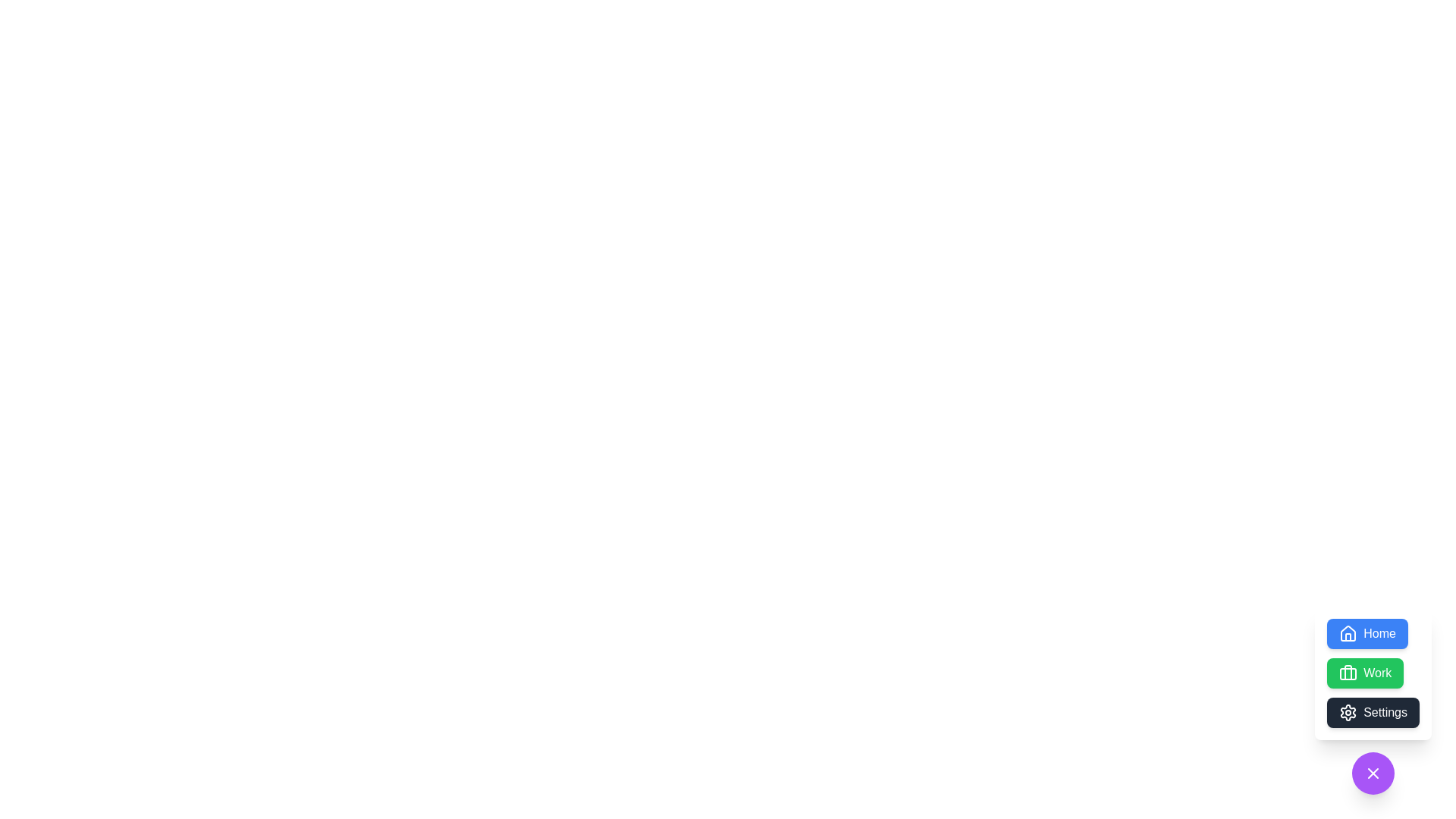 This screenshot has height=819, width=1456. Describe the element at coordinates (1348, 672) in the screenshot. I see `the left vertical line part of the briefcase handle located within the 'Work' button` at that location.